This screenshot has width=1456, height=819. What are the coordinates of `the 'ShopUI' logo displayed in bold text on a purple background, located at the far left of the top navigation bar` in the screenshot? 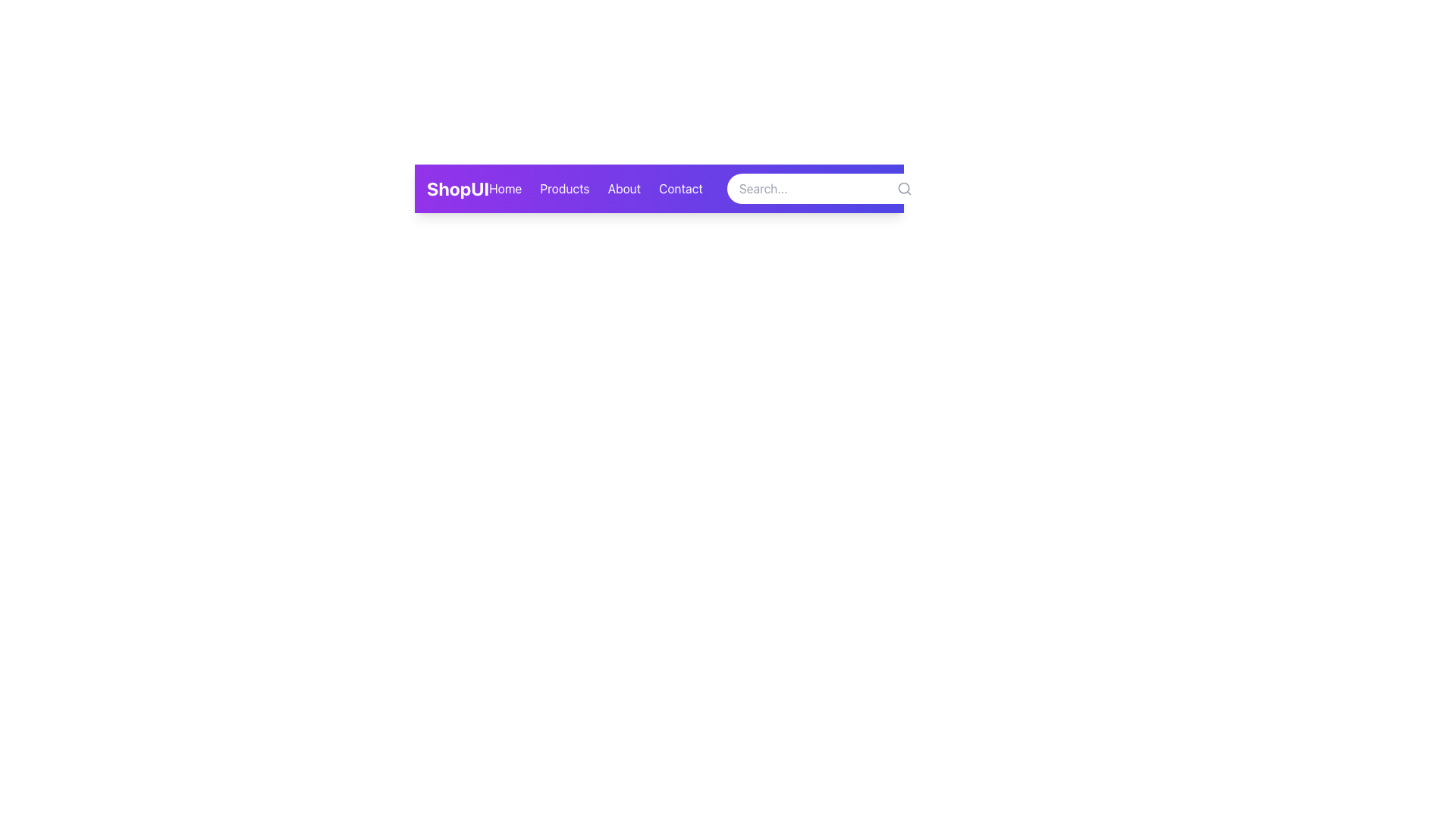 It's located at (457, 188).